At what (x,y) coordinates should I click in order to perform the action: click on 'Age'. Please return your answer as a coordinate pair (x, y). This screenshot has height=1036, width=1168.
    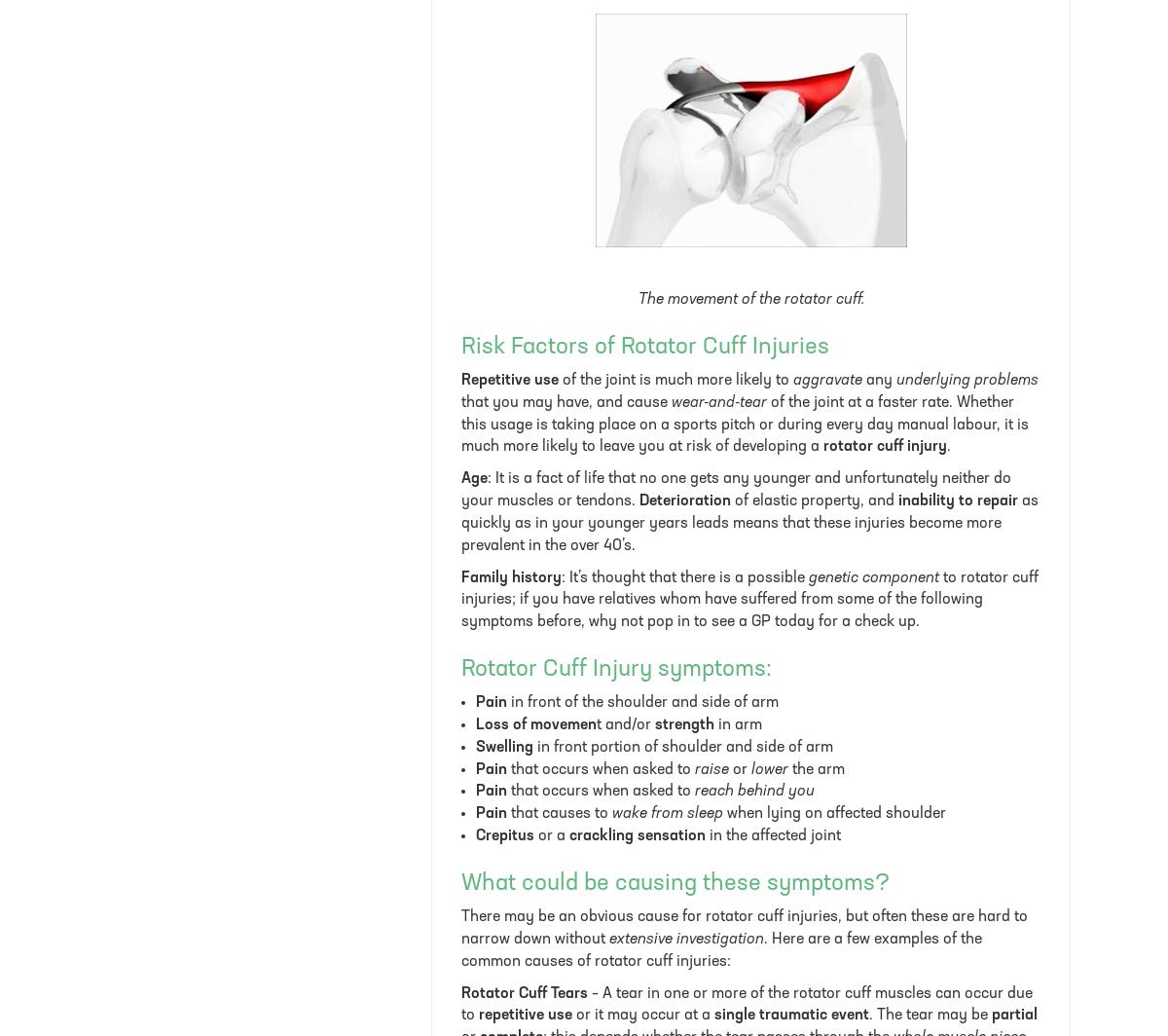
    Looking at the image, I should click on (473, 478).